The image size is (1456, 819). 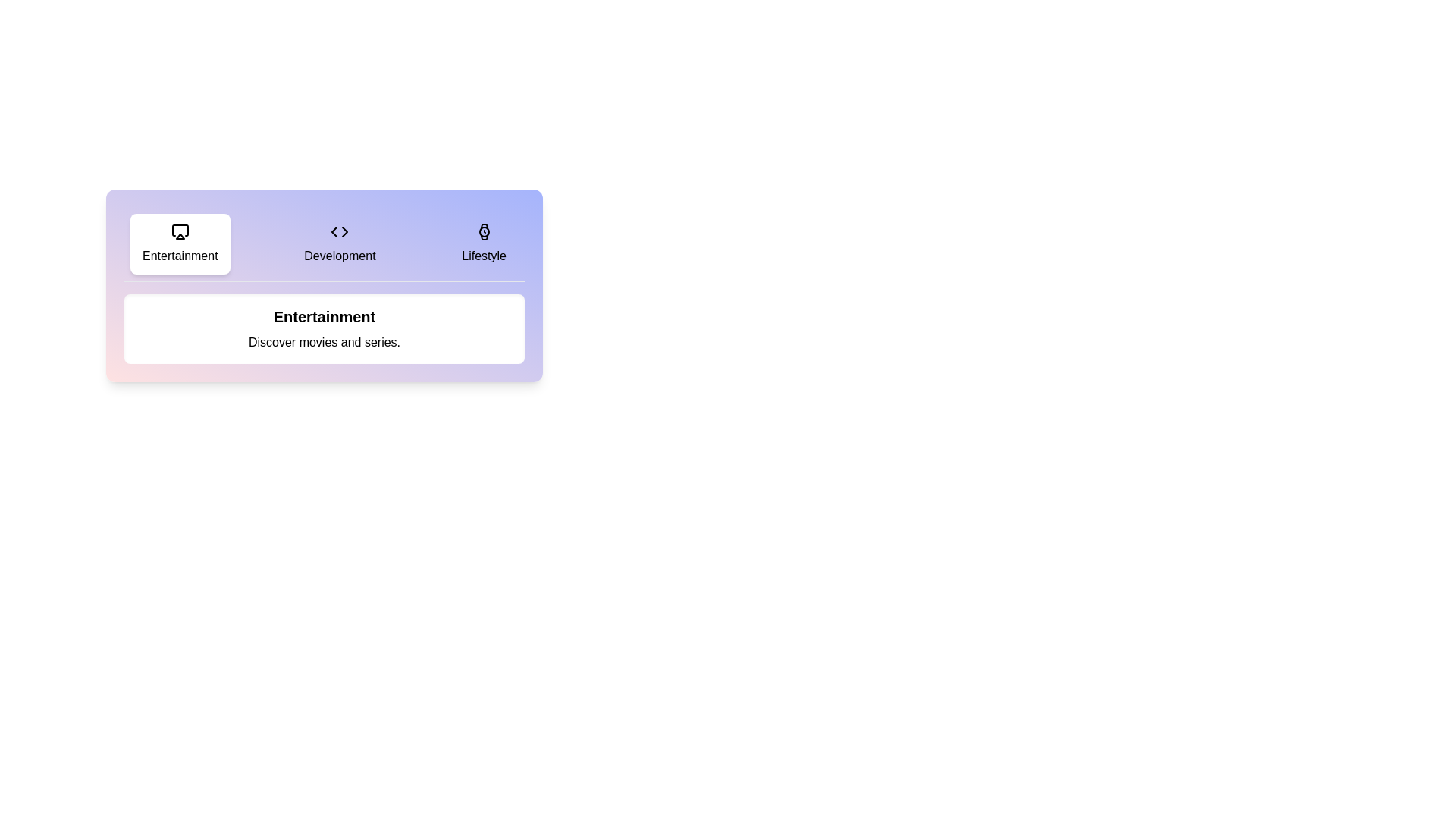 I want to click on the Development tab to observe the content change, so click(x=338, y=243).